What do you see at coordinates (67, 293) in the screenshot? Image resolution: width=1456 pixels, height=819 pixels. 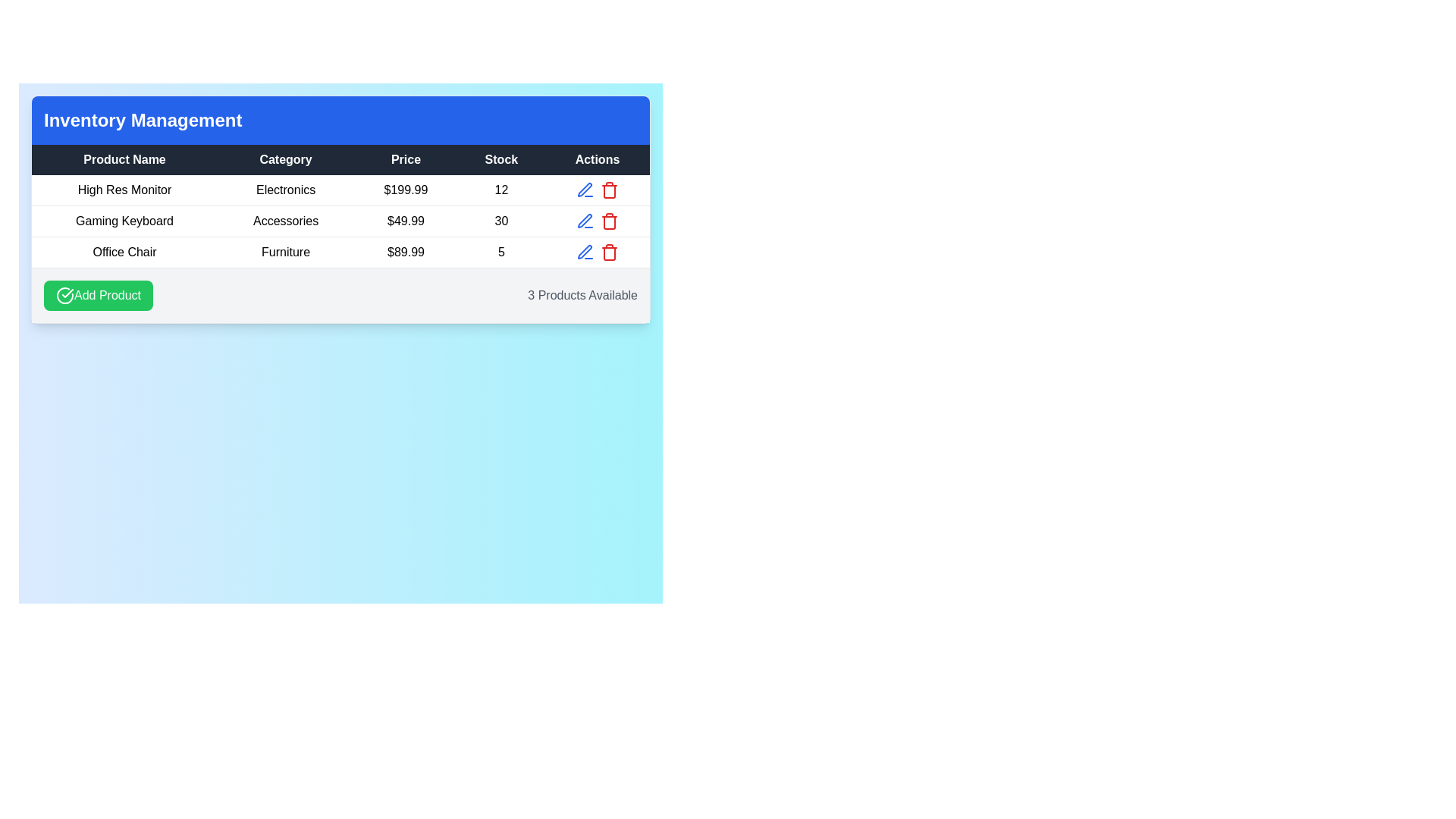 I see `the visual representation of success by focusing on the thin, slanted checkmark styled in a vector graphic format within the 'Add Product' button area, which is part of the 'check circle' icon` at bounding box center [67, 293].